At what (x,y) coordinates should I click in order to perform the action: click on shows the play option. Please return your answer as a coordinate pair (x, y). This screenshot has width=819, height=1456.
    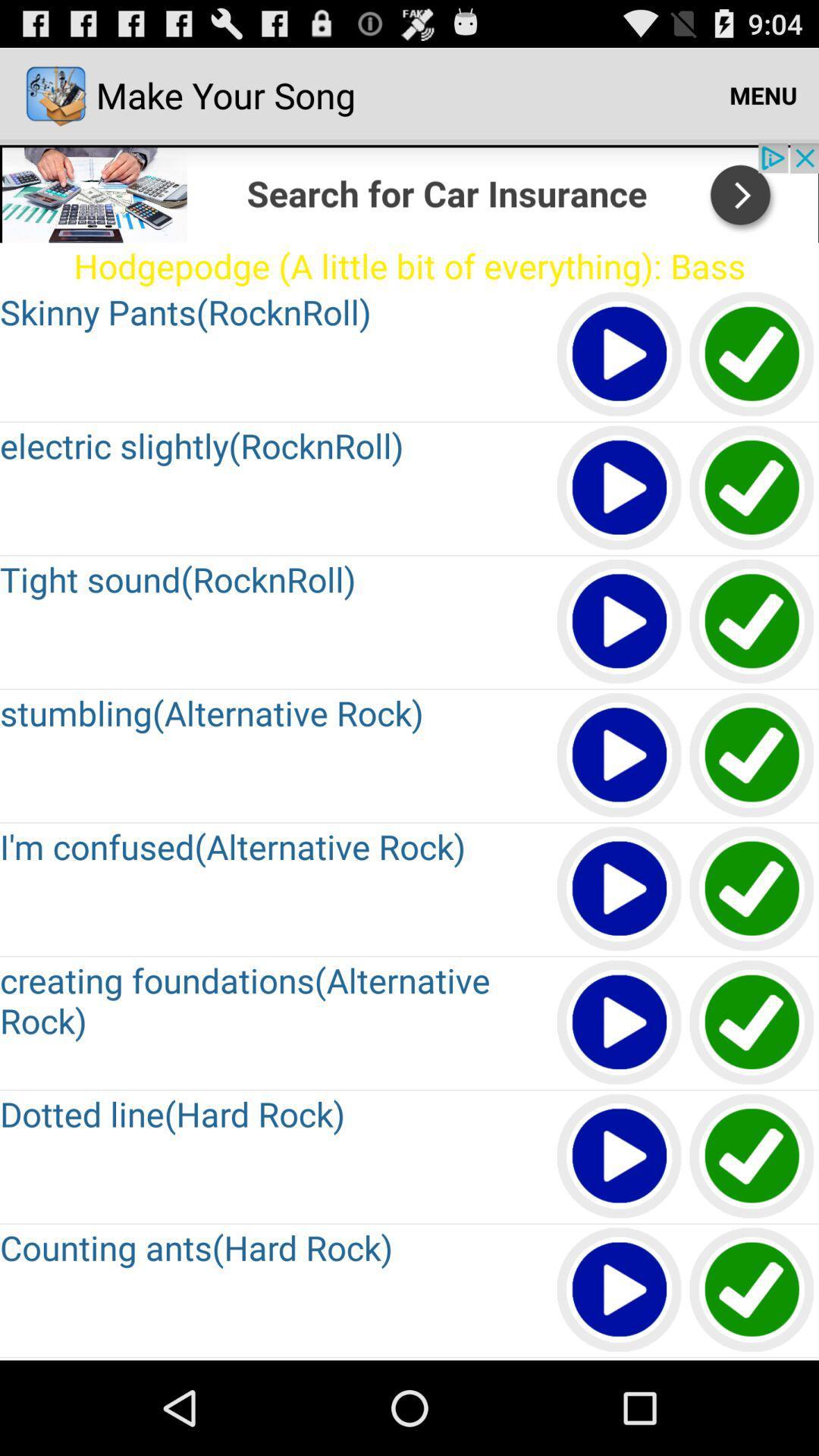
    Looking at the image, I should click on (620, 1290).